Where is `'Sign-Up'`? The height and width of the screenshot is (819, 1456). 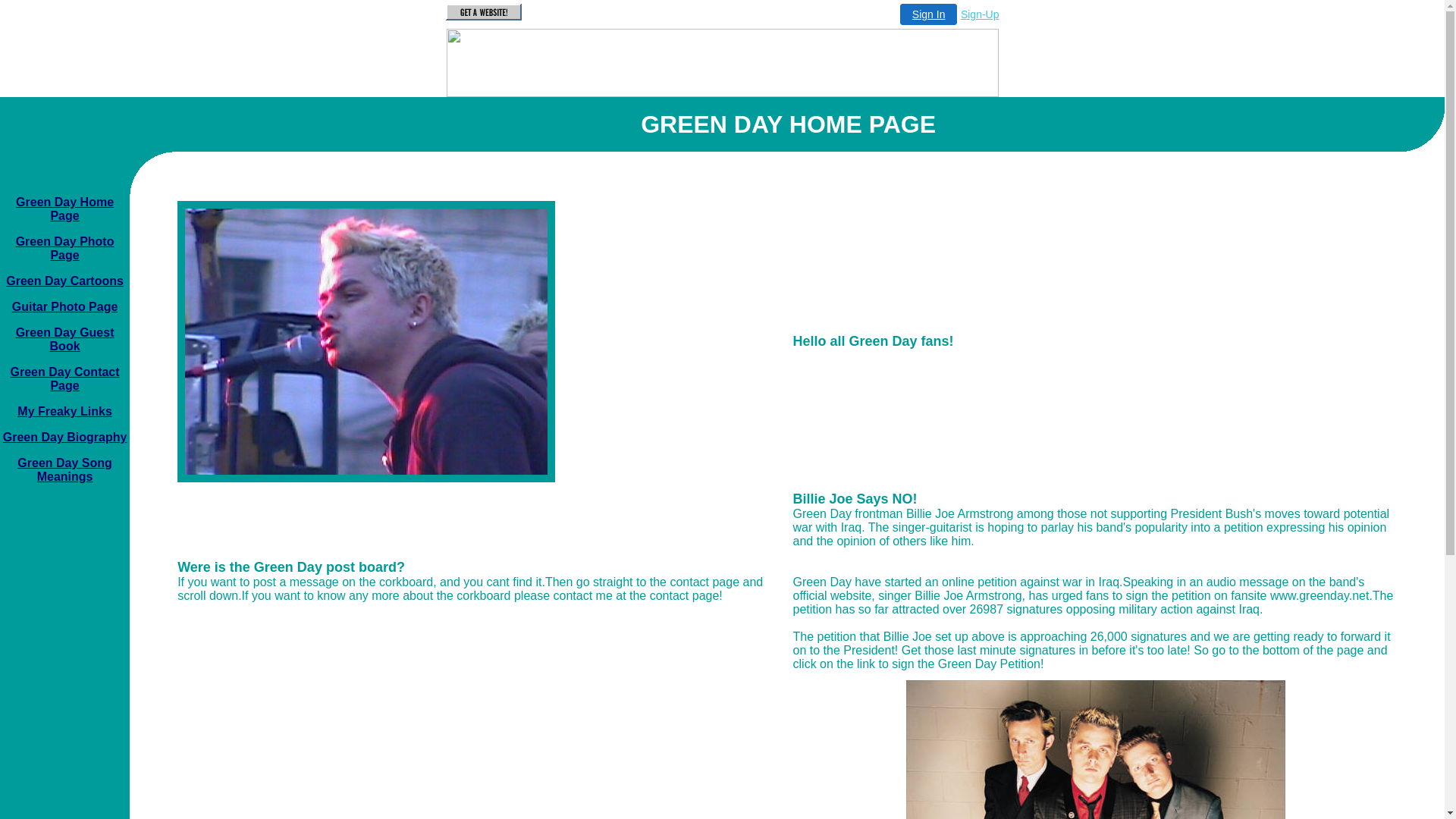 'Sign-Up' is located at coordinates (980, 14).